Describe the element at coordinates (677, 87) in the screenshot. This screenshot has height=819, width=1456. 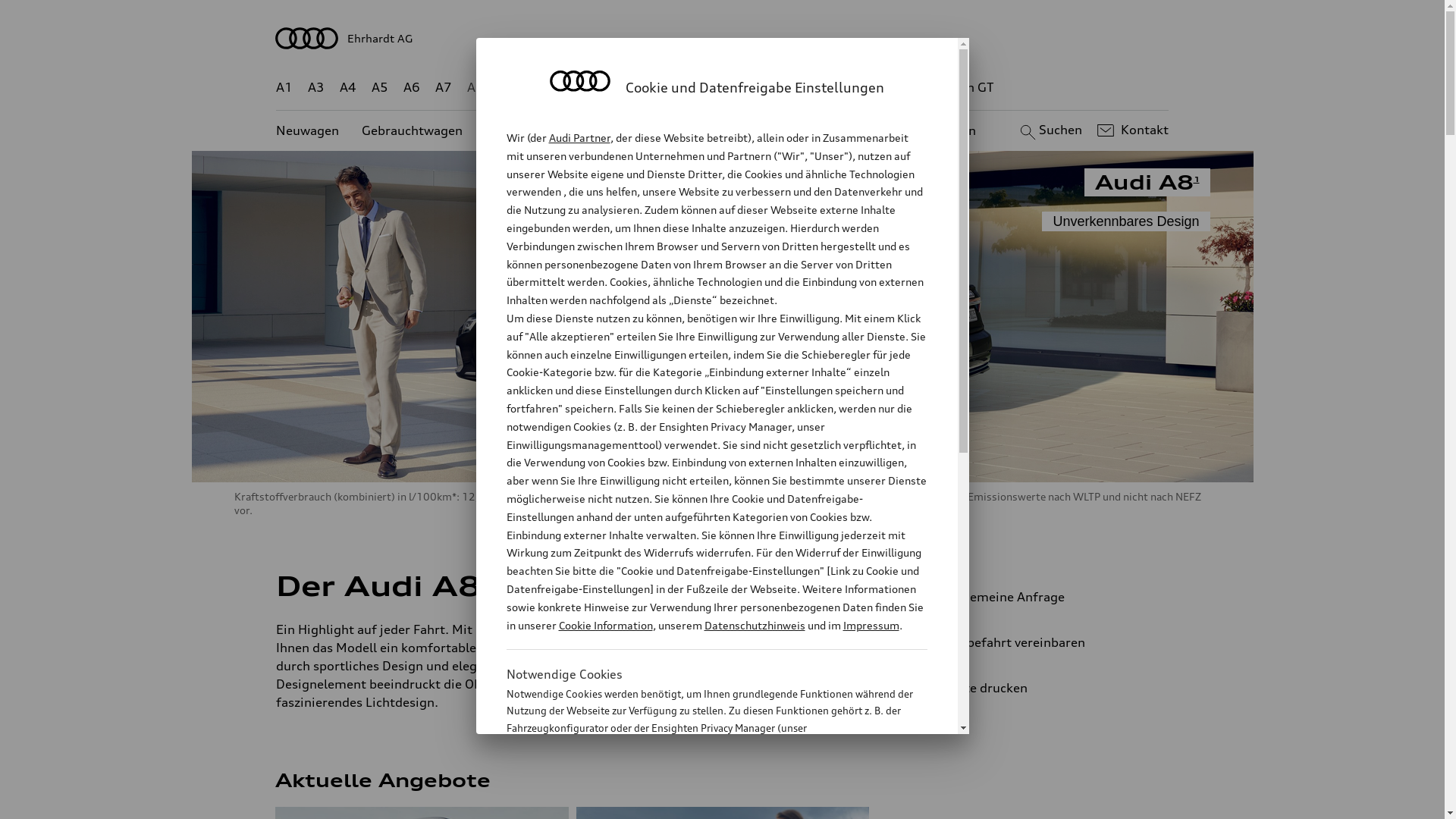
I see `'Q7'` at that location.